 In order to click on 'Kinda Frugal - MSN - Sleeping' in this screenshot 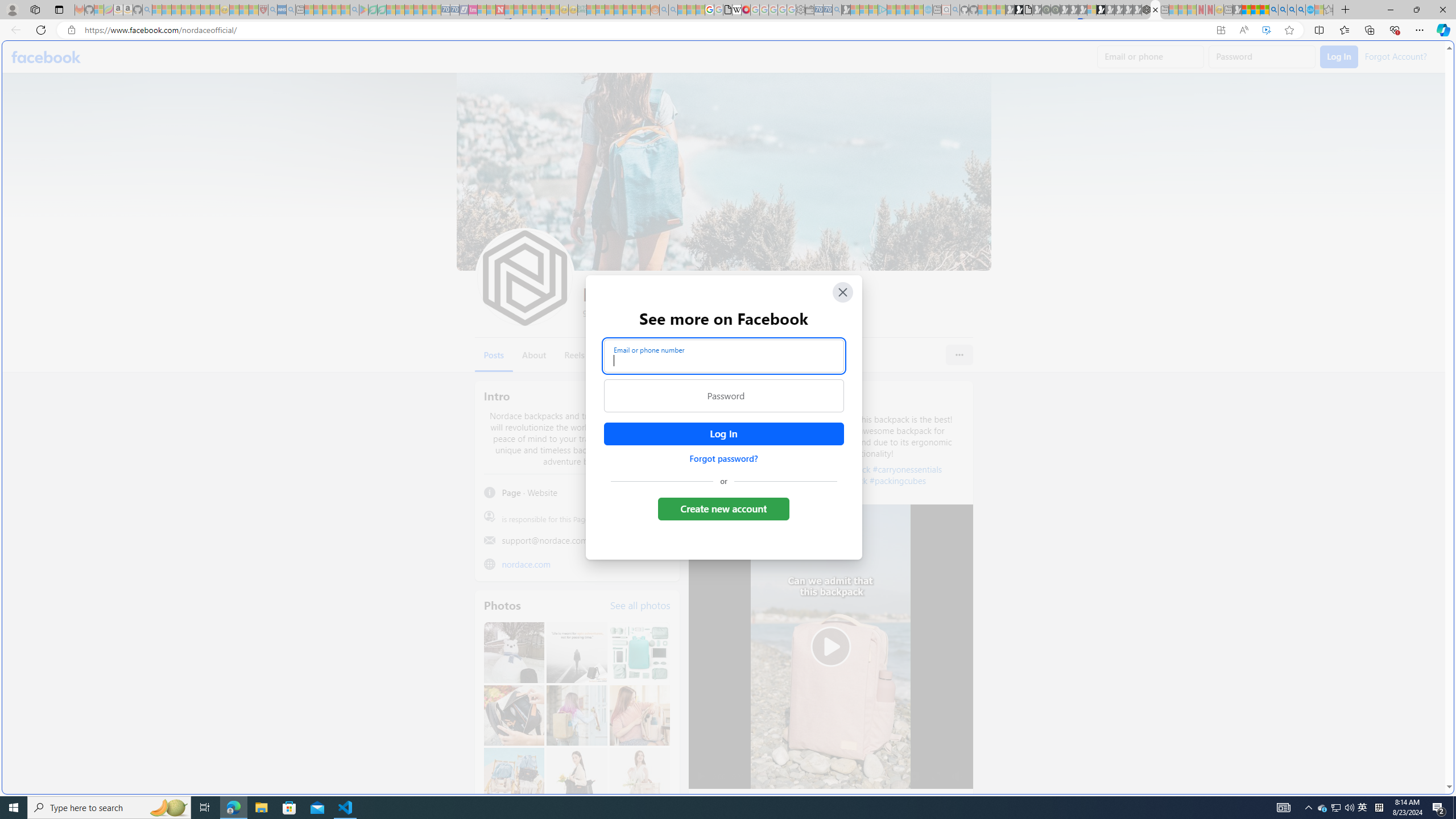, I will do `click(628, 9)`.